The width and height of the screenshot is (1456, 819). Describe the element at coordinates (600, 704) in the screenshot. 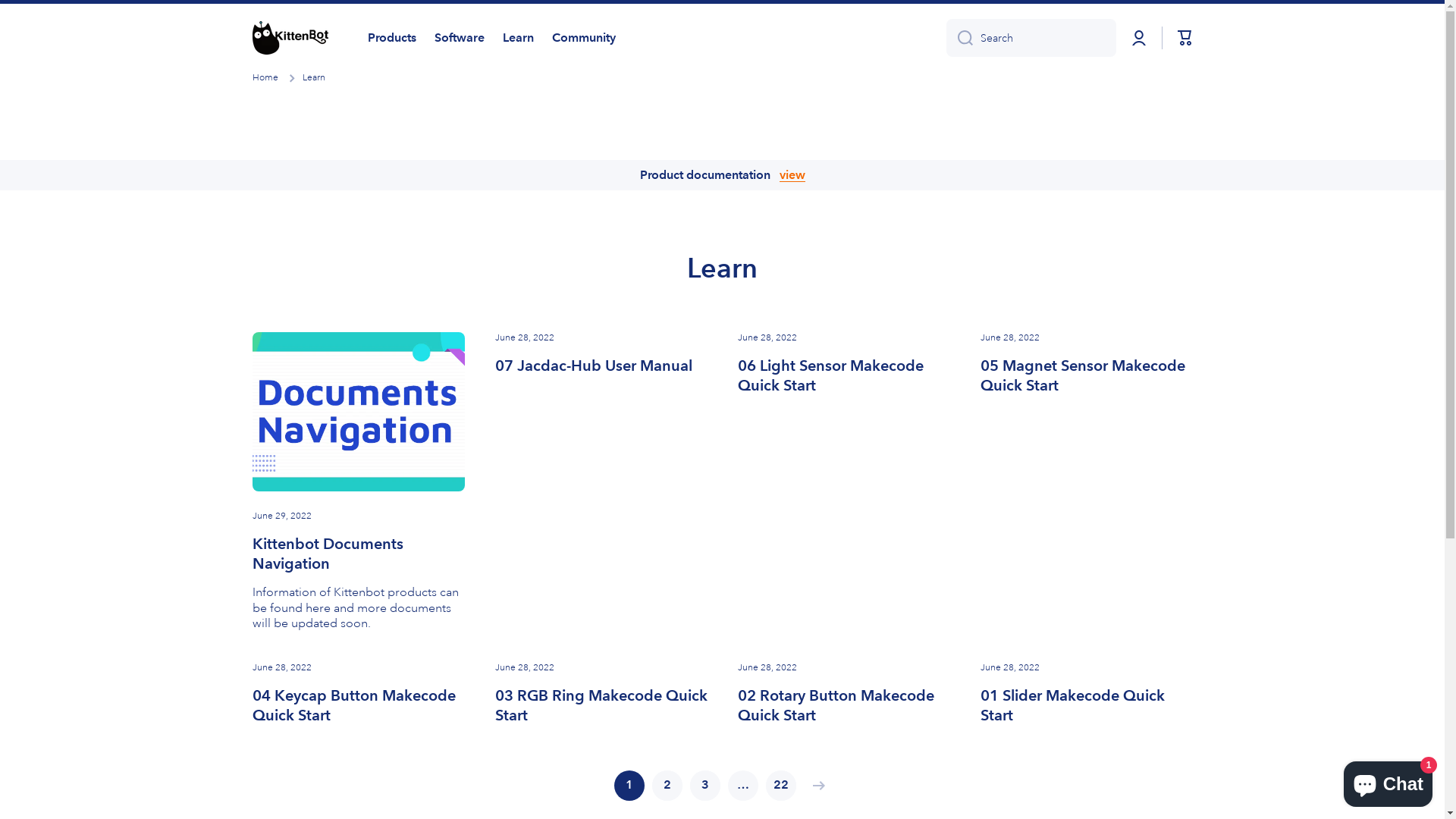

I see `'03 RGB Ring Makecode Quick Start'` at that location.